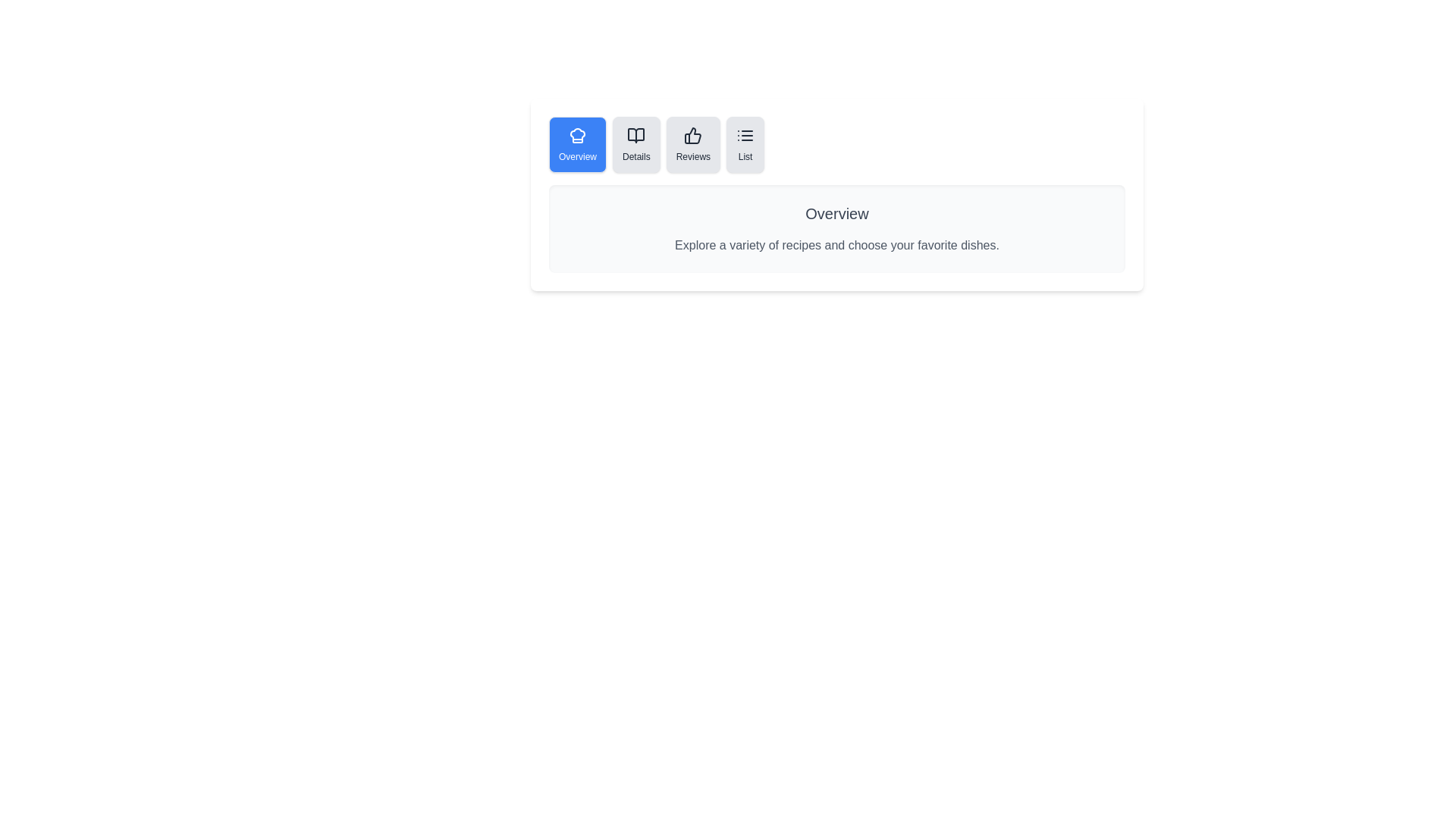 The width and height of the screenshot is (1456, 819). I want to click on the Details tab by clicking its button, so click(636, 145).